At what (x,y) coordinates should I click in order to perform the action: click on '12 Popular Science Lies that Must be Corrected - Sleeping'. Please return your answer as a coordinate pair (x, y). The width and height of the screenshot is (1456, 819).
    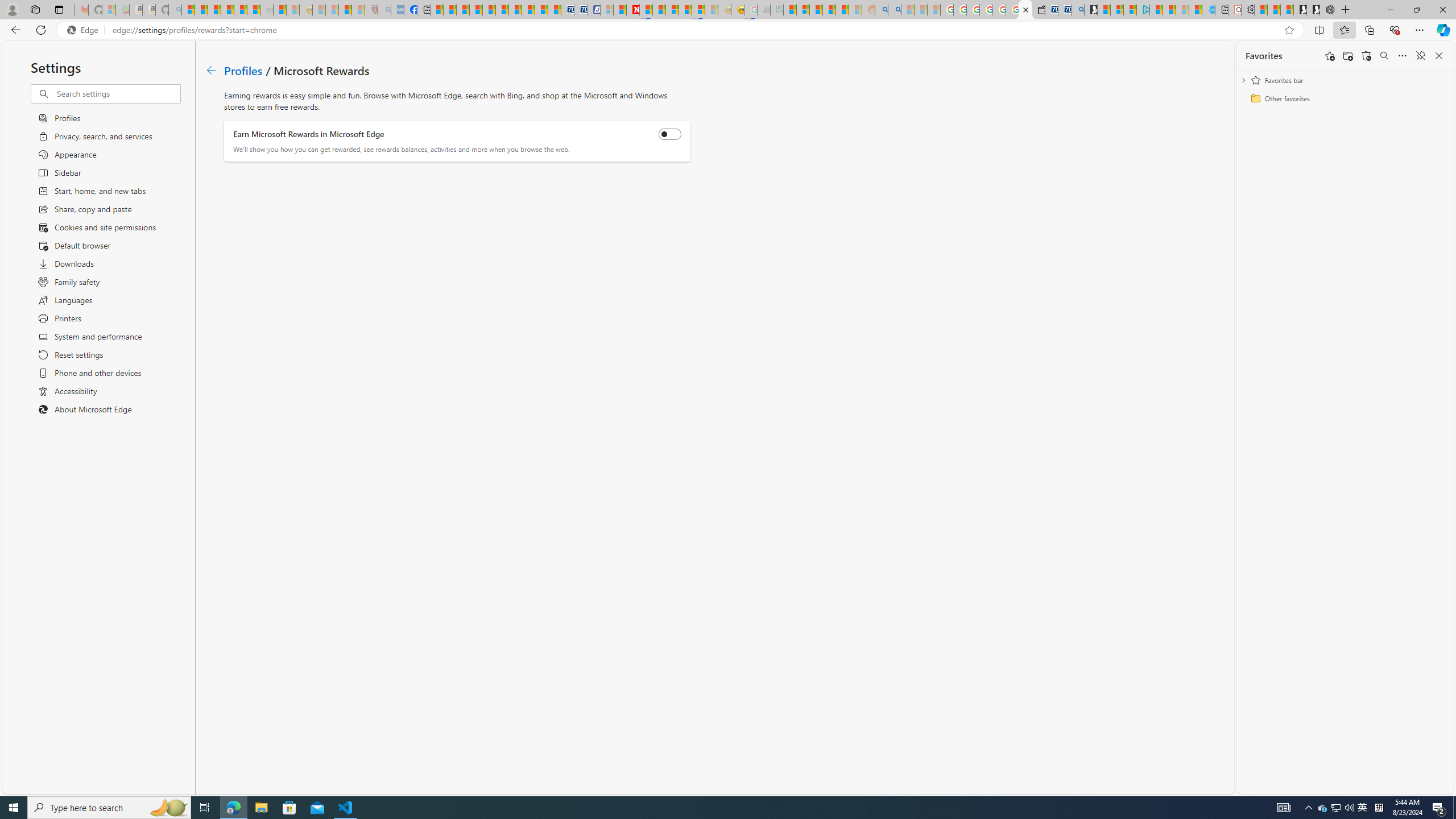
    Looking at the image, I should click on (357, 9).